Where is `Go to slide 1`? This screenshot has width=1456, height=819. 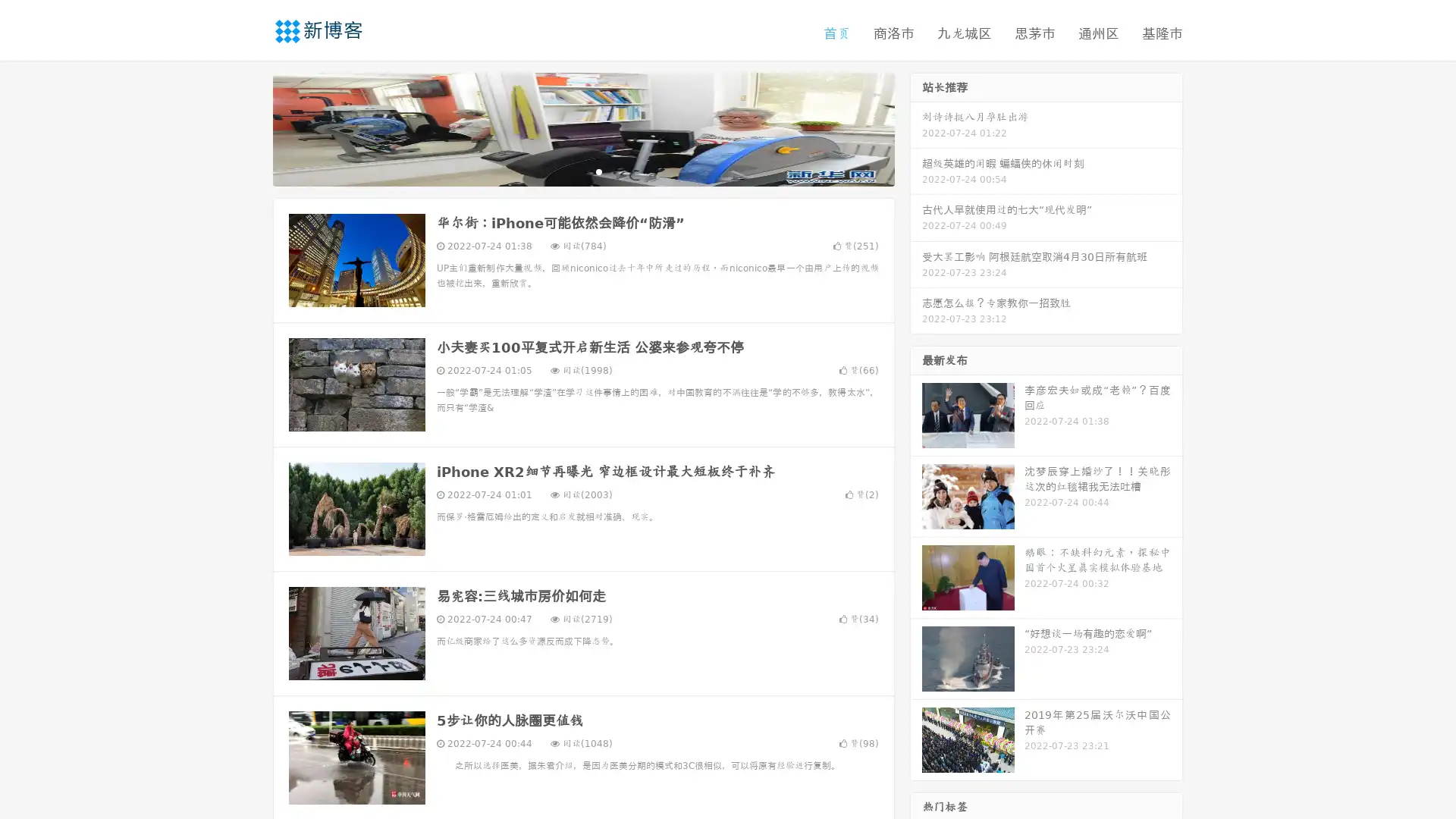 Go to slide 1 is located at coordinates (567, 171).